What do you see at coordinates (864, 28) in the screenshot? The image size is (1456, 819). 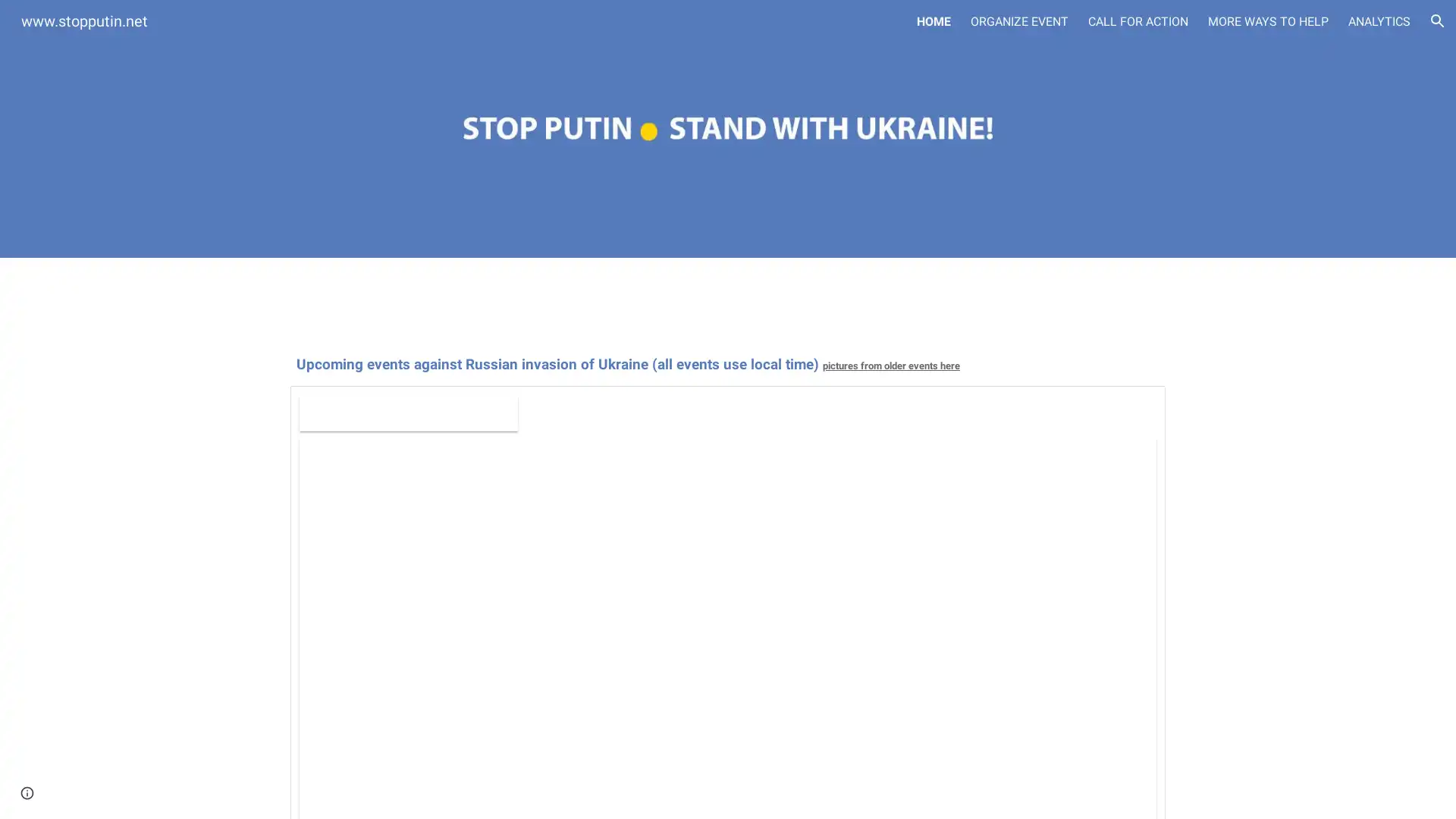 I see `Skip to navigation` at bounding box center [864, 28].